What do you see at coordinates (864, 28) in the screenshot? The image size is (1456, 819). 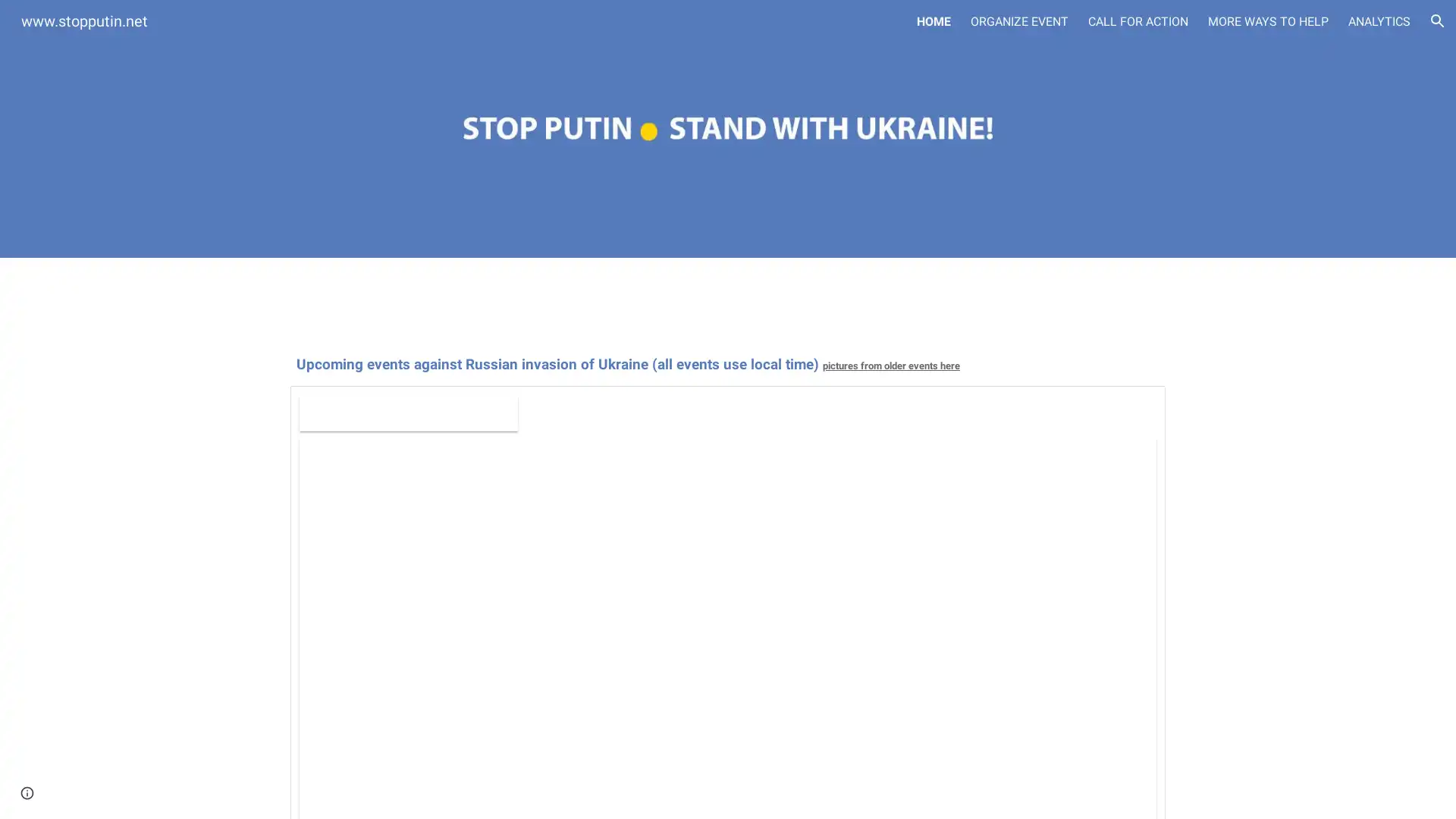 I see `Skip to navigation` at bounding box center [864, 28].